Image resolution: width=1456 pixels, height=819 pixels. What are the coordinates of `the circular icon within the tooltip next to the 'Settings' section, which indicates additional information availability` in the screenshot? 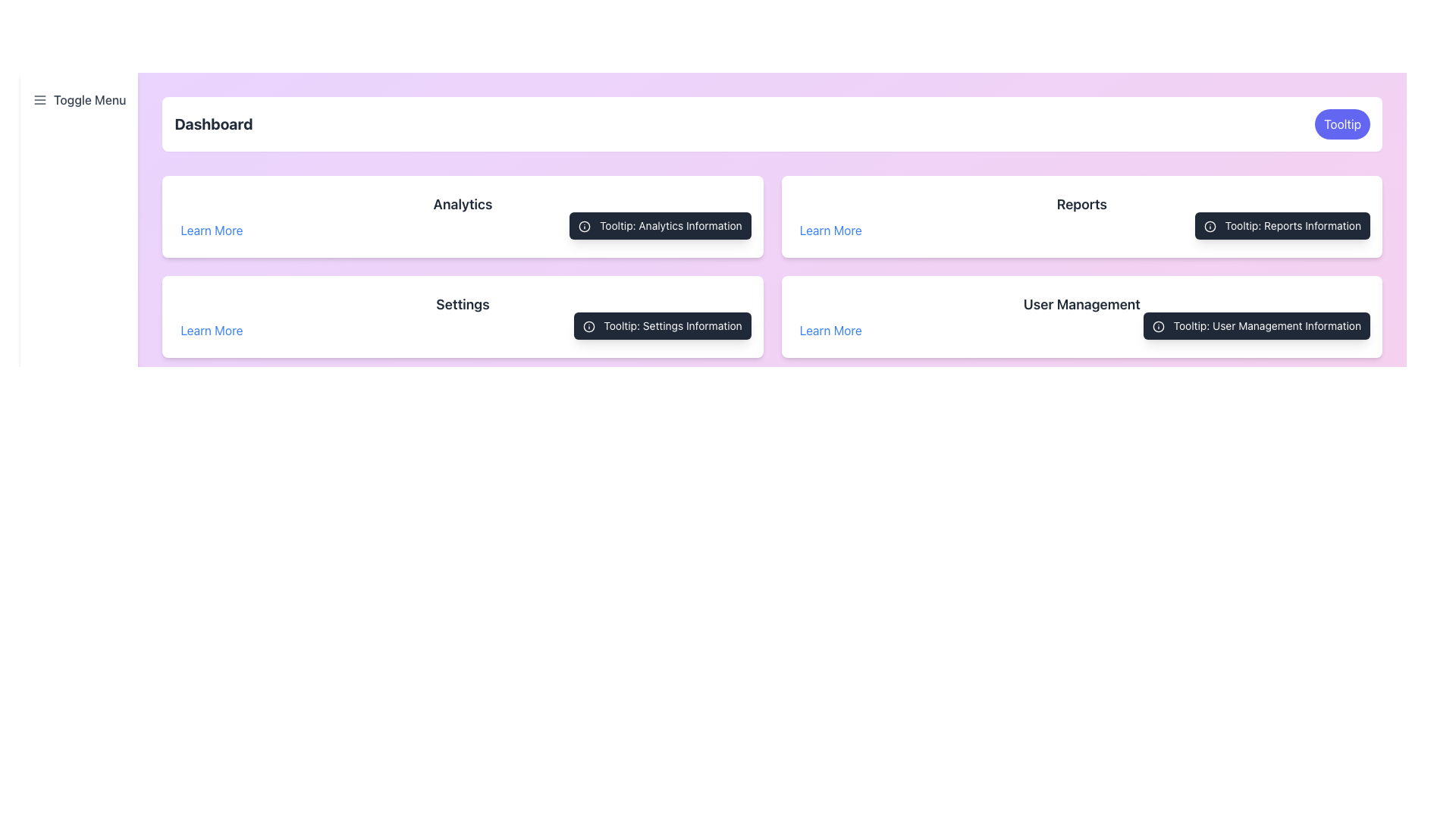 It's located at (588, 326).